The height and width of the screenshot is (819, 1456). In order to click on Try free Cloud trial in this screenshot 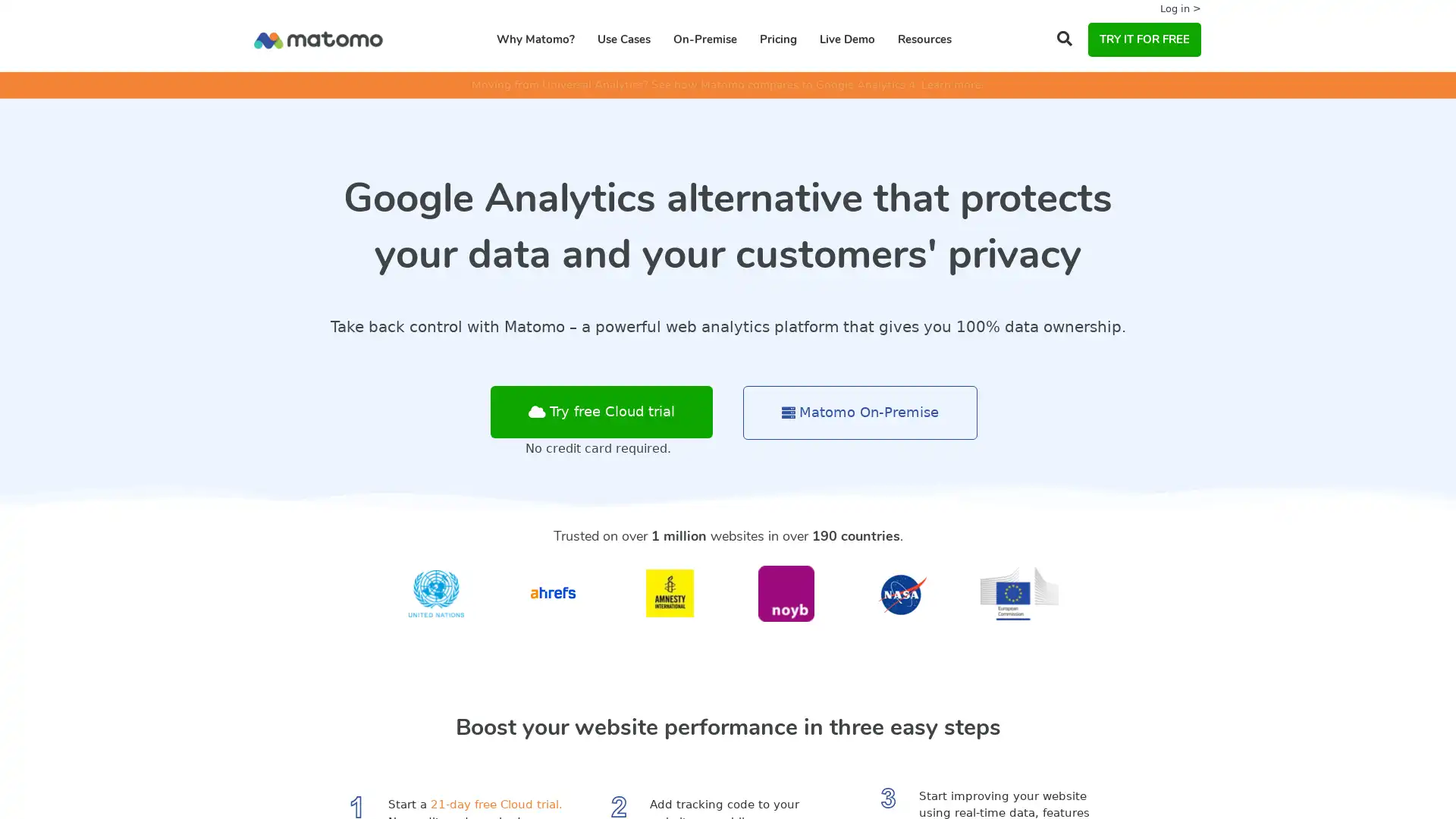, I will do `click(601, 412)`.